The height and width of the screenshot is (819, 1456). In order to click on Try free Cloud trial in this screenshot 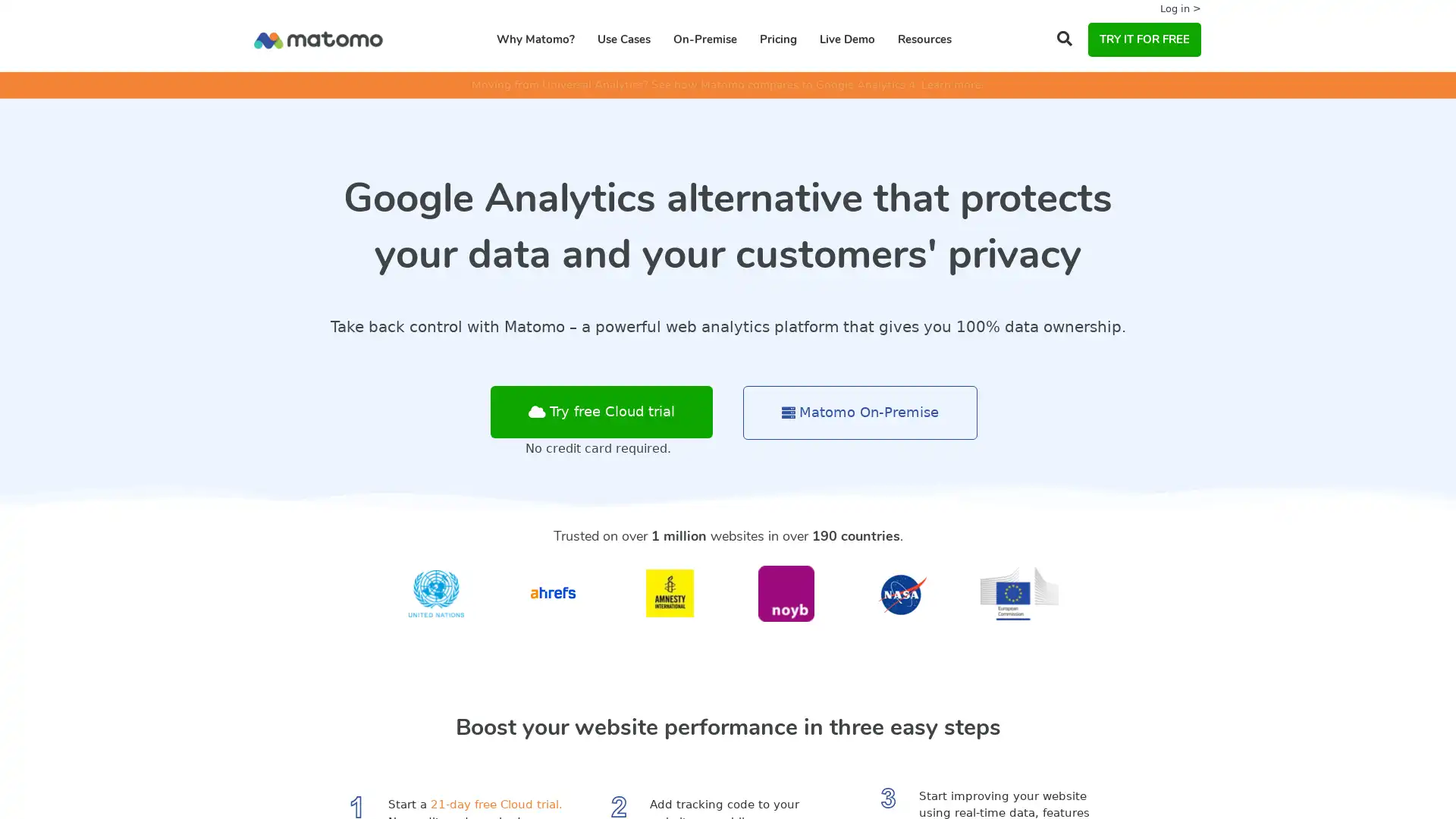, I will do `click(601, 412)`.